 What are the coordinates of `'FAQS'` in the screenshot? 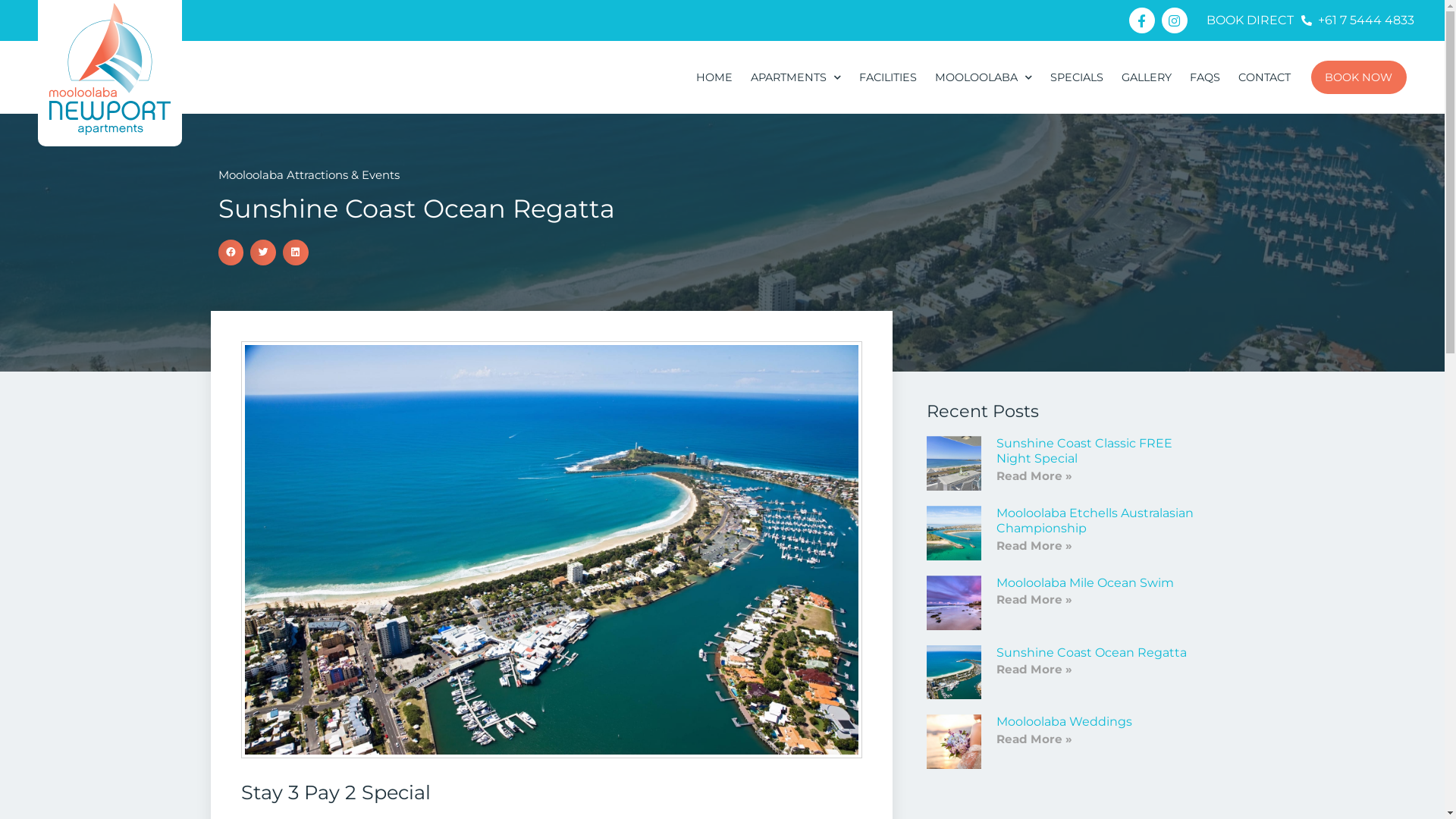 It's located at (1203, 77).